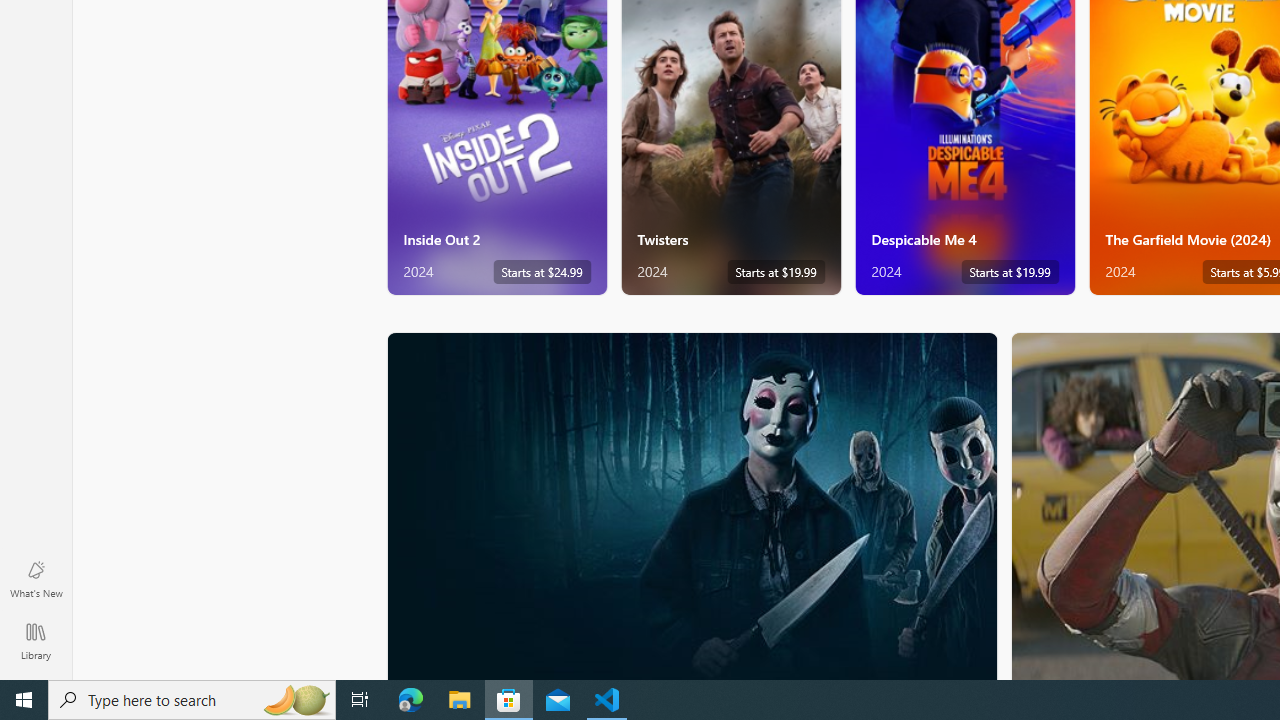 This screenshot has width=1280, height=720. I want to click on 'What', so click(35, 578).